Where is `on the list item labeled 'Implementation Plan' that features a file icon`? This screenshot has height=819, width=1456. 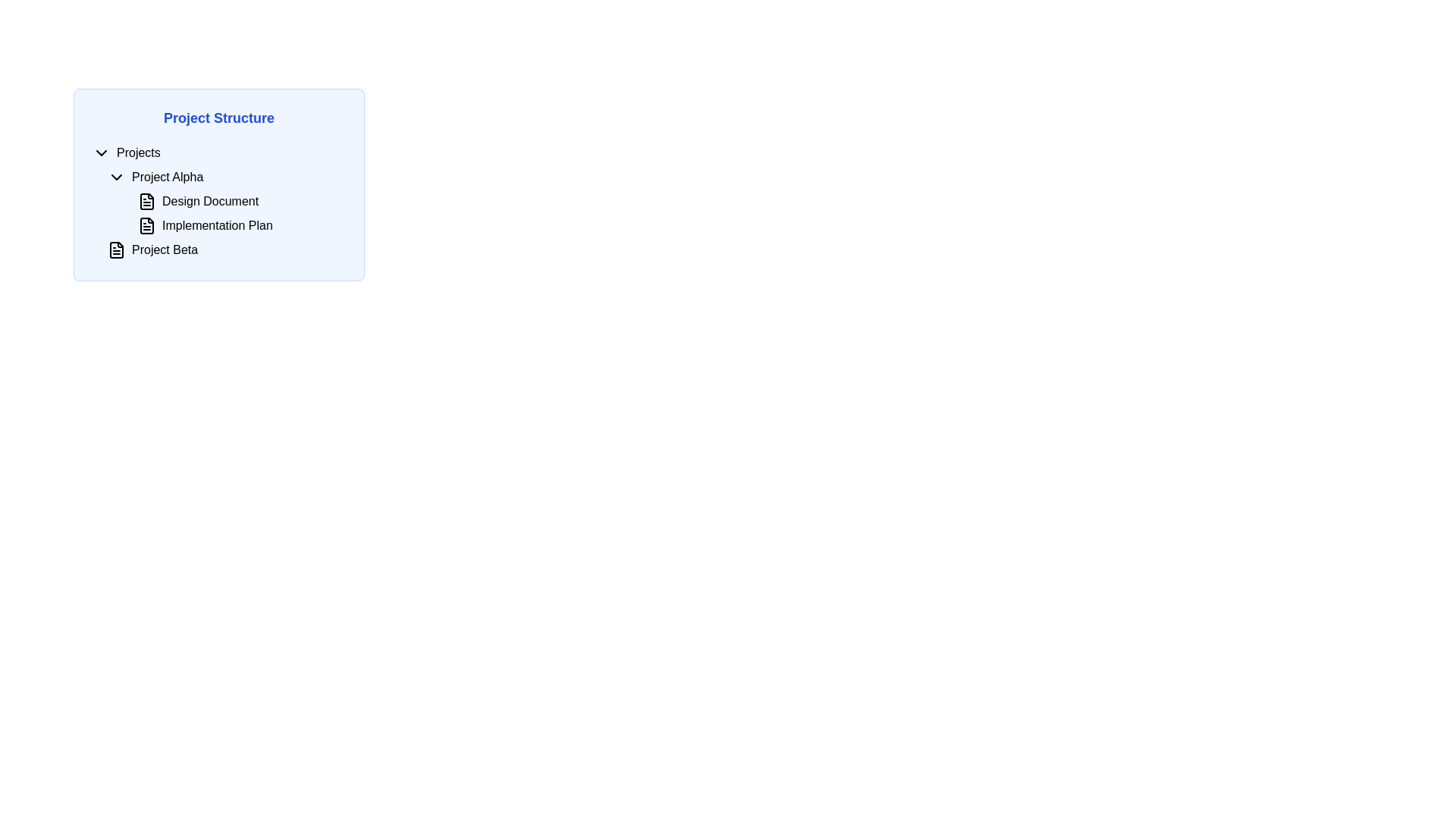
on the list item labeled 'Implementation Plan' that features a file icon is located at coordinates (240, 225).